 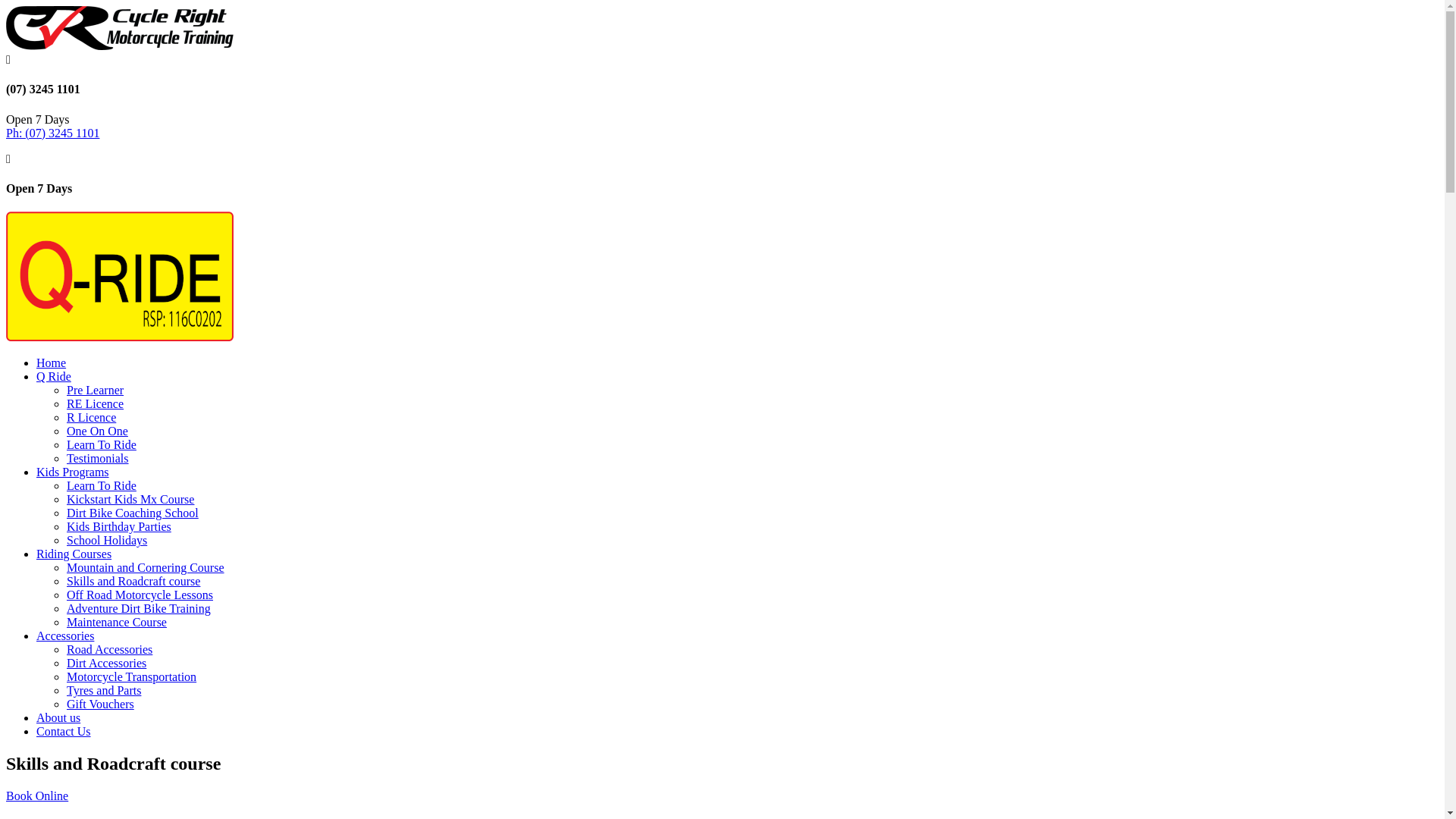 What do you see at coordinates (65, 389) in the screenshot?
I see `'Pre Learner'` at bounding box center [65, 389].